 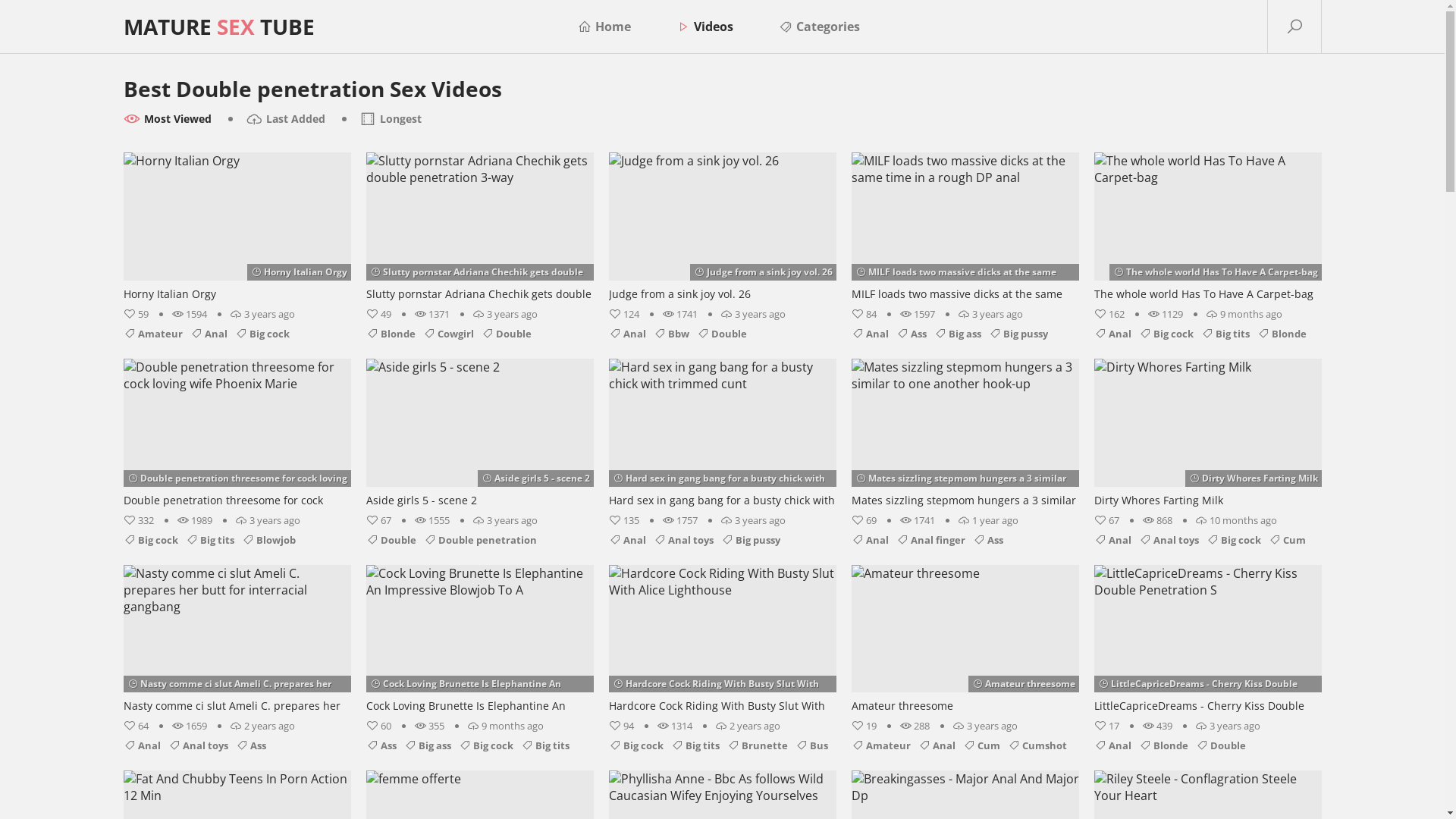 I want to click on 'Cum', so click(x=962, y=745).